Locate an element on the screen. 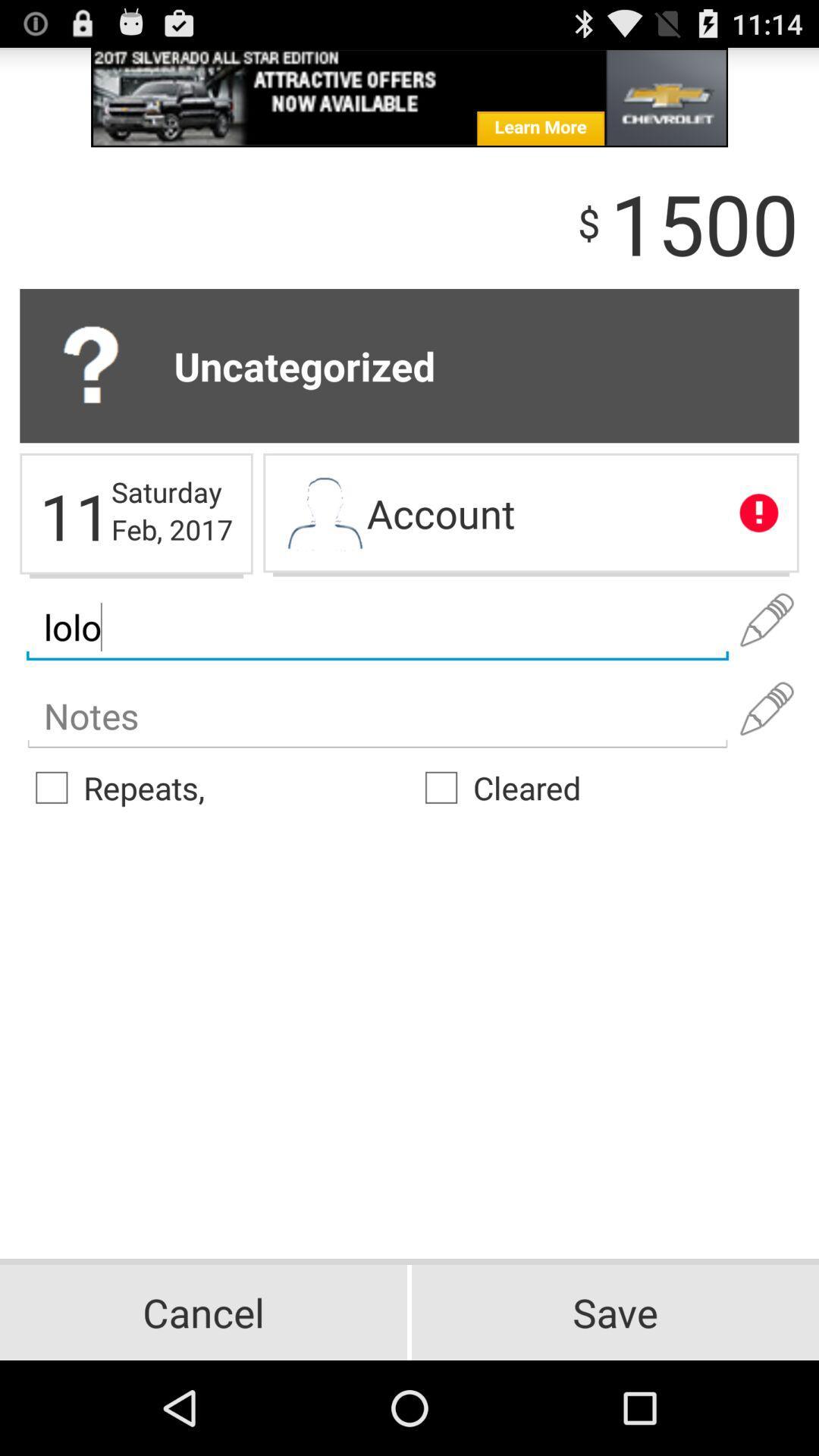 The image size is (819, 1456). tax is located at coordinates (376, 716).